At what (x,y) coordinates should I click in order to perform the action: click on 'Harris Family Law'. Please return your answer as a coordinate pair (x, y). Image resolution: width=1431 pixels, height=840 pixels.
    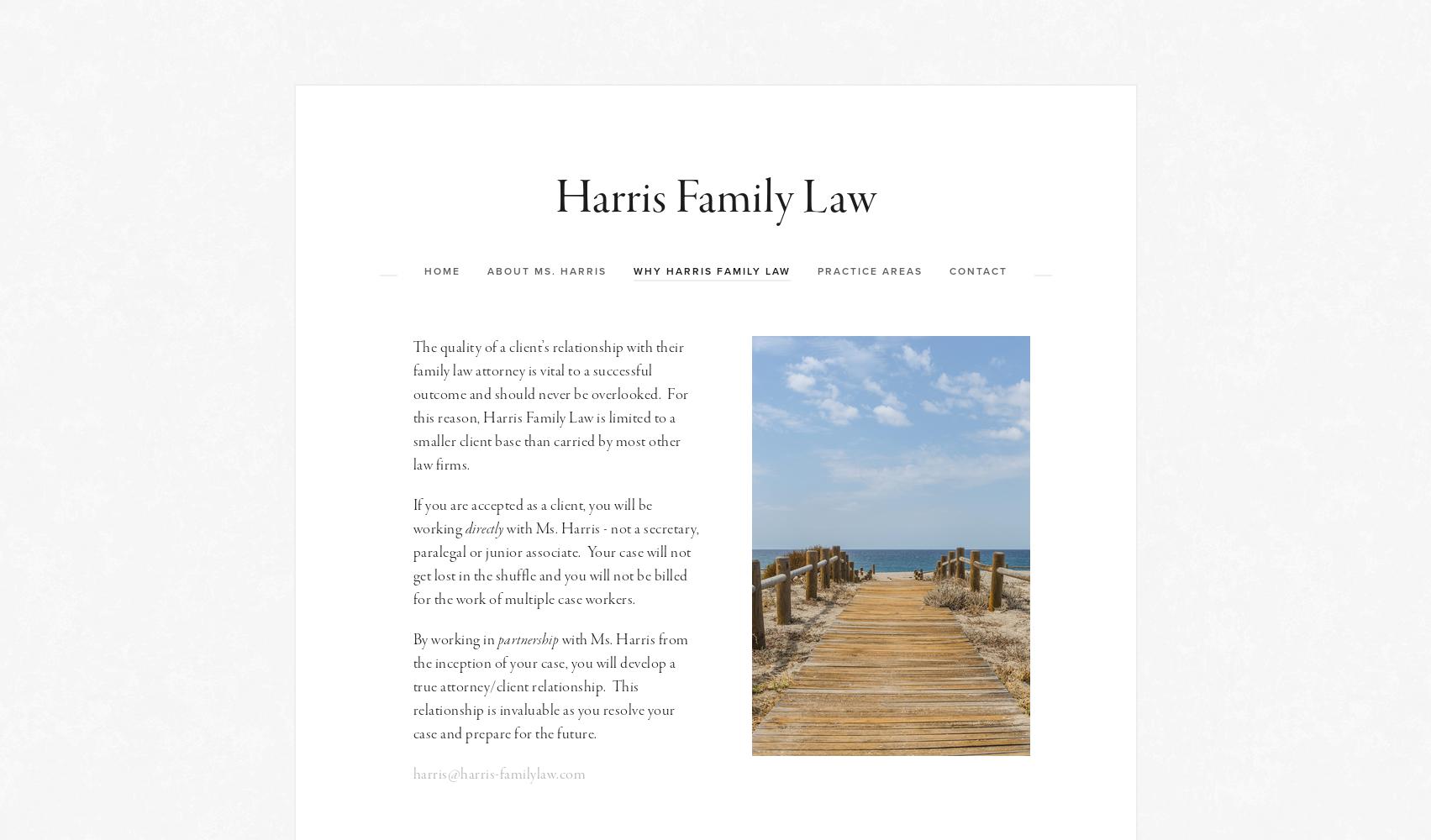
    Looking at the image, I should click on (716, 198).